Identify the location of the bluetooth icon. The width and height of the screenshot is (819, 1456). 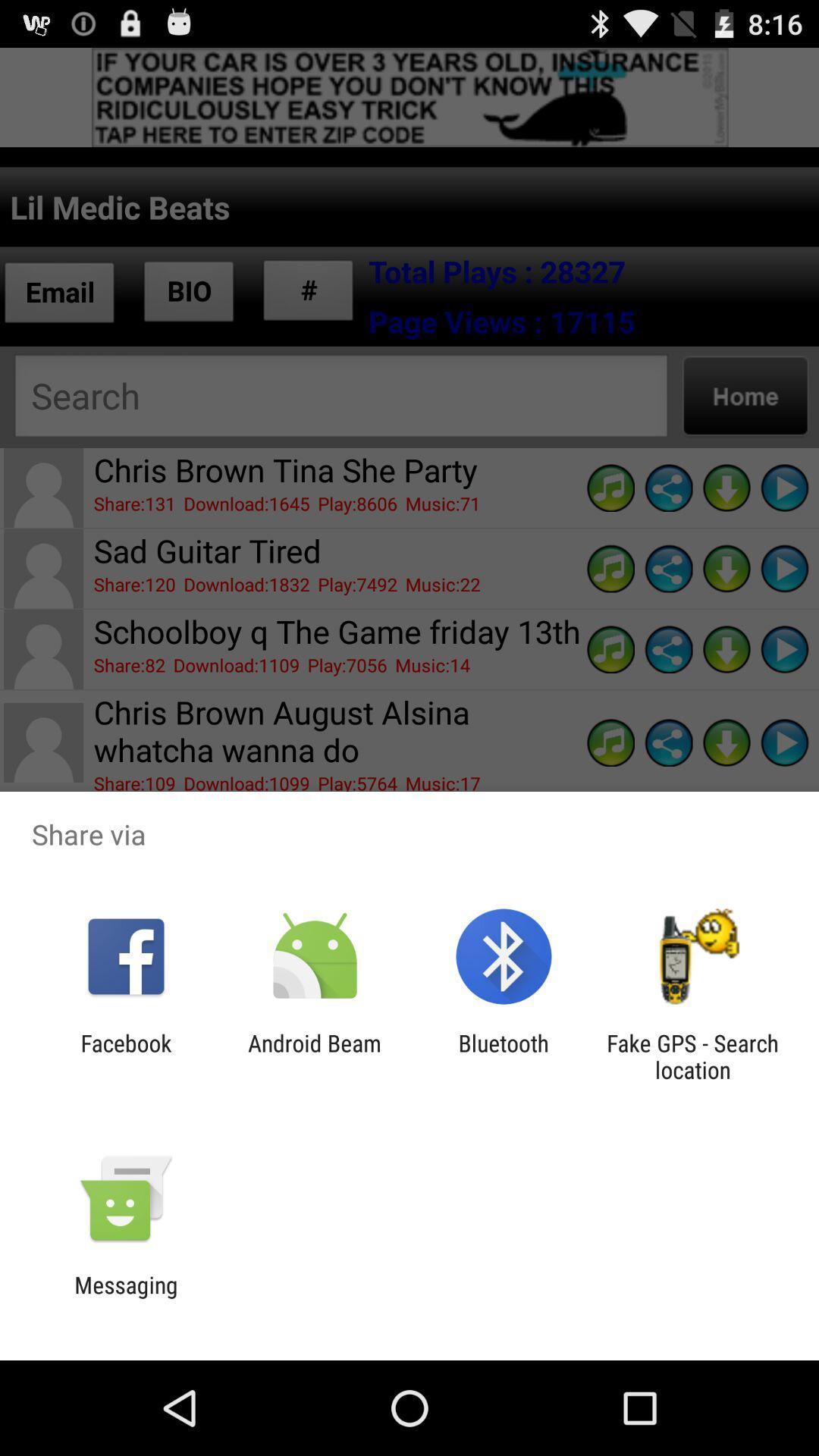
(504, 1056).